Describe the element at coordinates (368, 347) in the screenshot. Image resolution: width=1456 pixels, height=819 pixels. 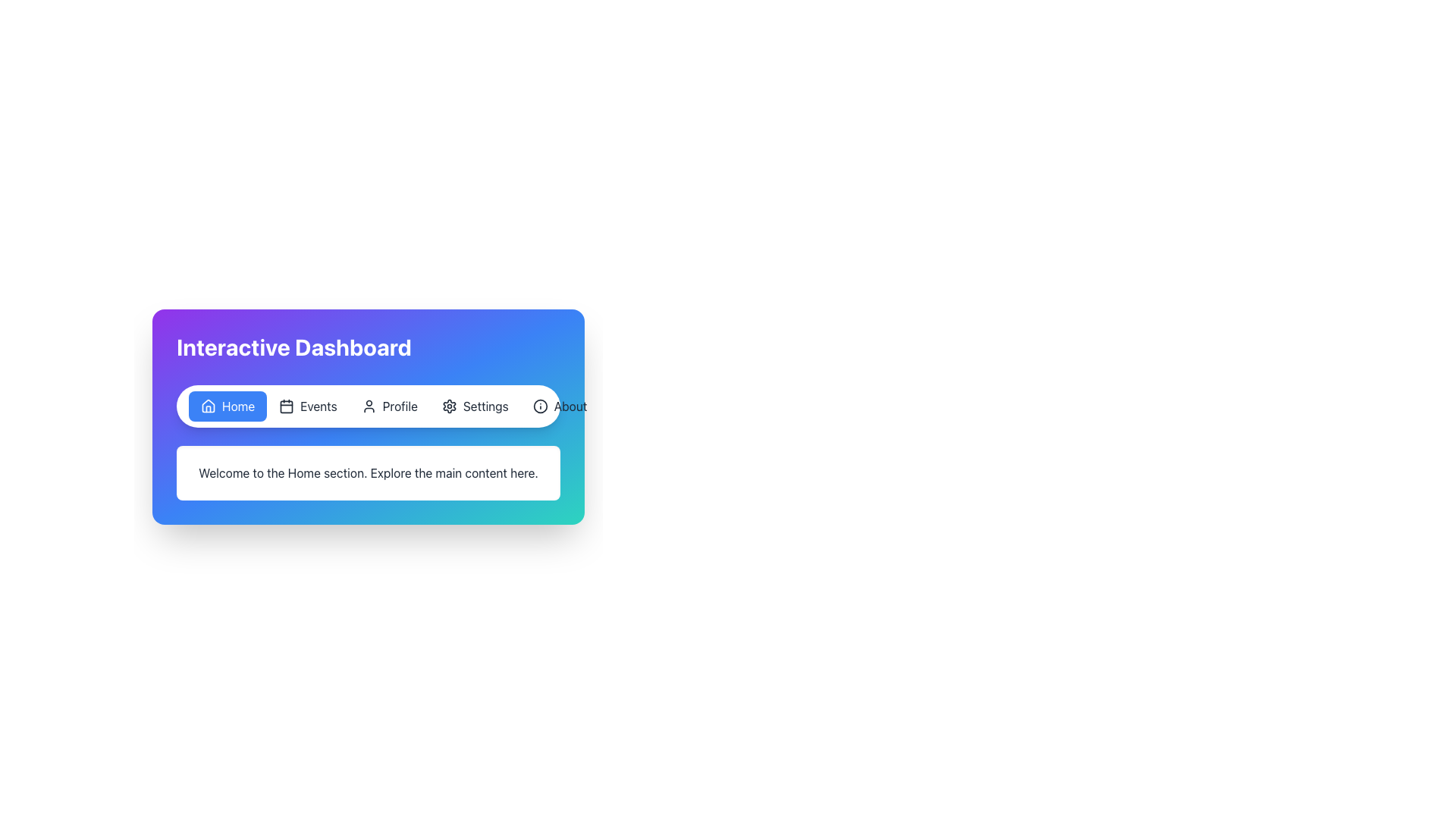
I see `the header text 'Interactive Dashboard', which is positioned at the top section of a gradient-colored card component` at that location.